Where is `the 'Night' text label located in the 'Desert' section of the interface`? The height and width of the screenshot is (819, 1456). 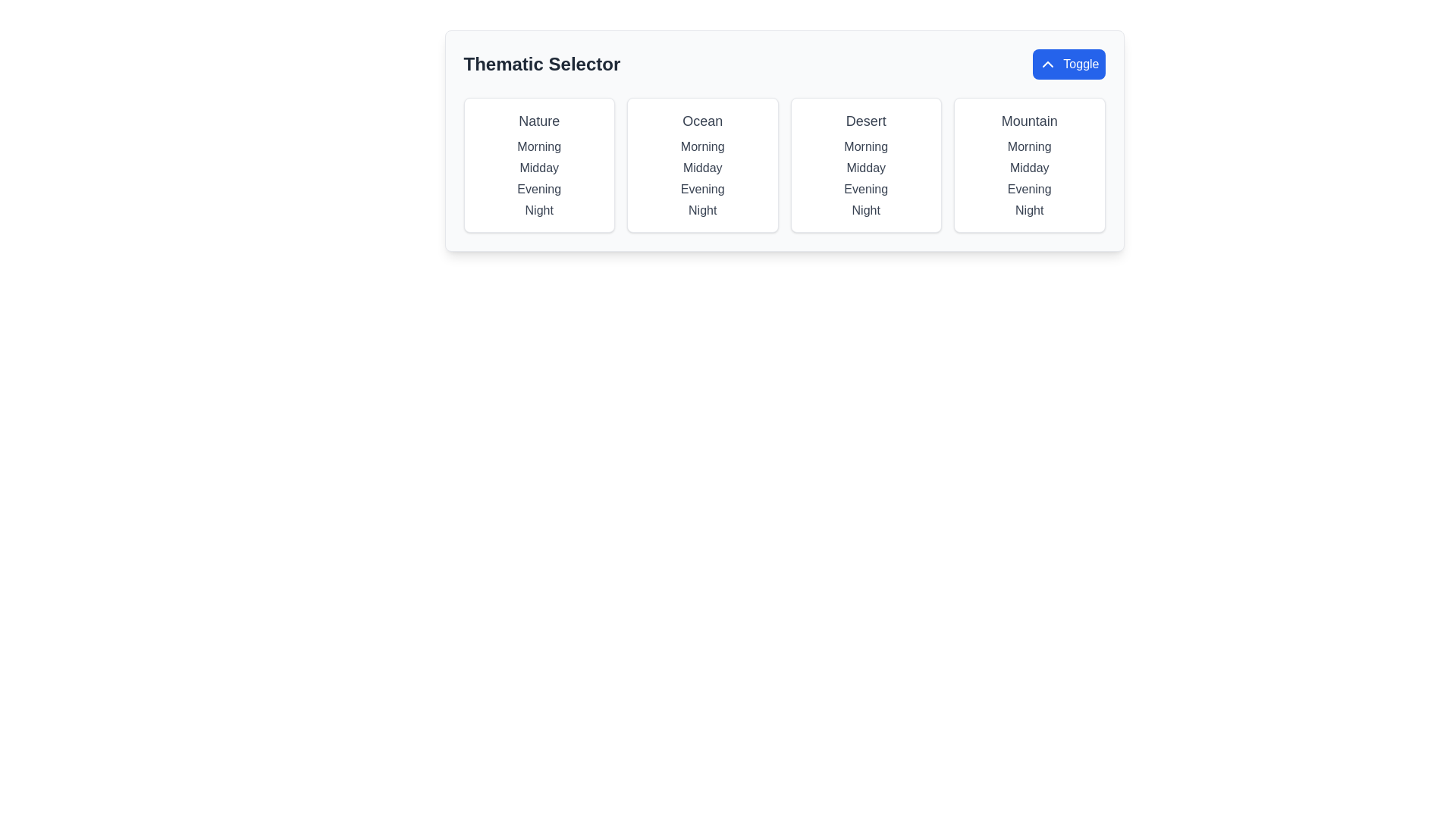 the 'Night' text label located in the 'Desert' section of the interface is located at coordinates (866, 210).